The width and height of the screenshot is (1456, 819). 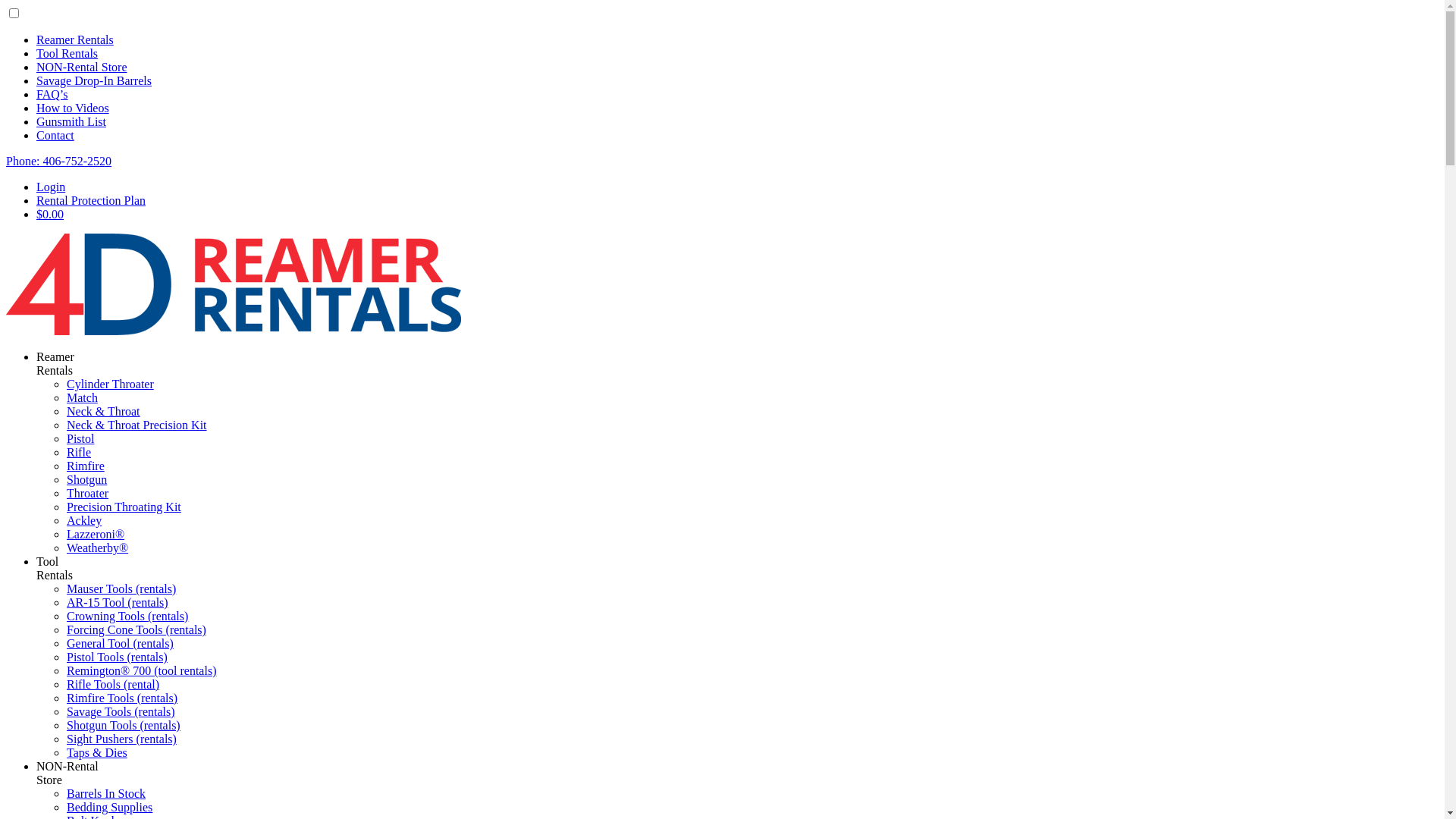 I want to click on 'Phone: 406-752-2520', so click(x=58, y=161).